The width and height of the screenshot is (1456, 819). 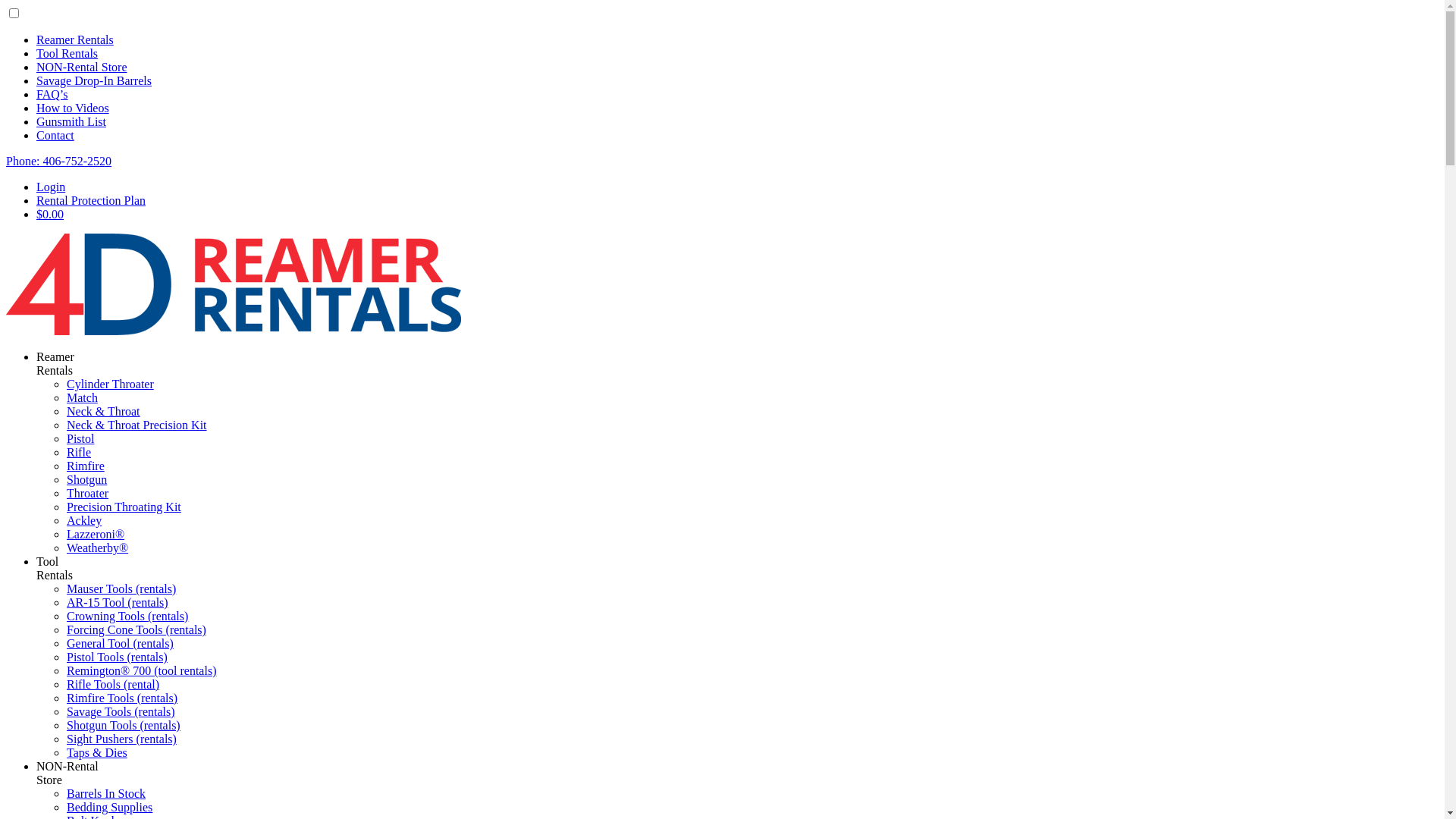 I want to click on 'Phone: 406-752-2520', so click(x=58, y=161).